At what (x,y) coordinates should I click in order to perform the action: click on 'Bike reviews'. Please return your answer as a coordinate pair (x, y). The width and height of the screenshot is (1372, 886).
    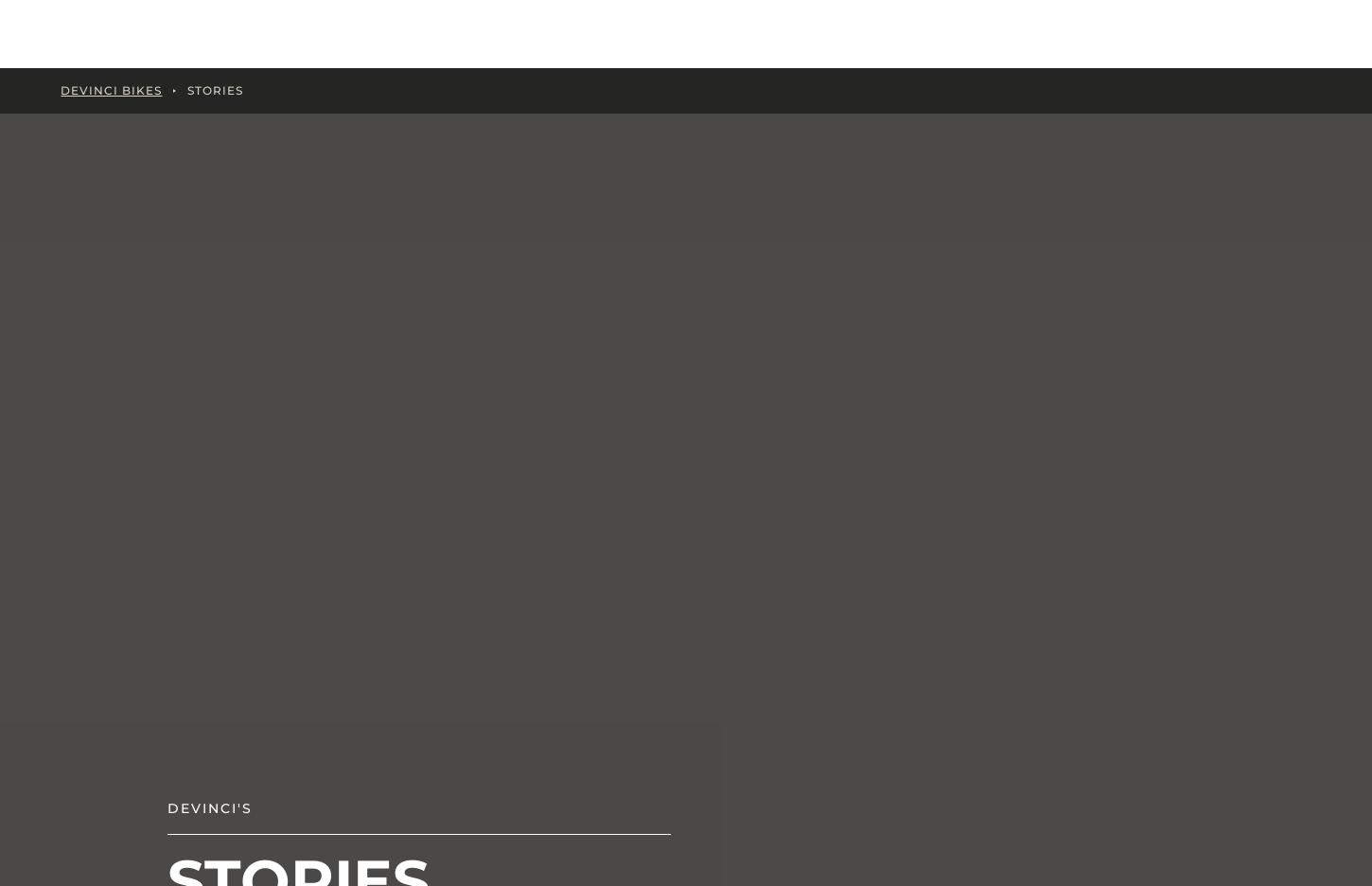
    Looking at the image, I should click on (450, 518).